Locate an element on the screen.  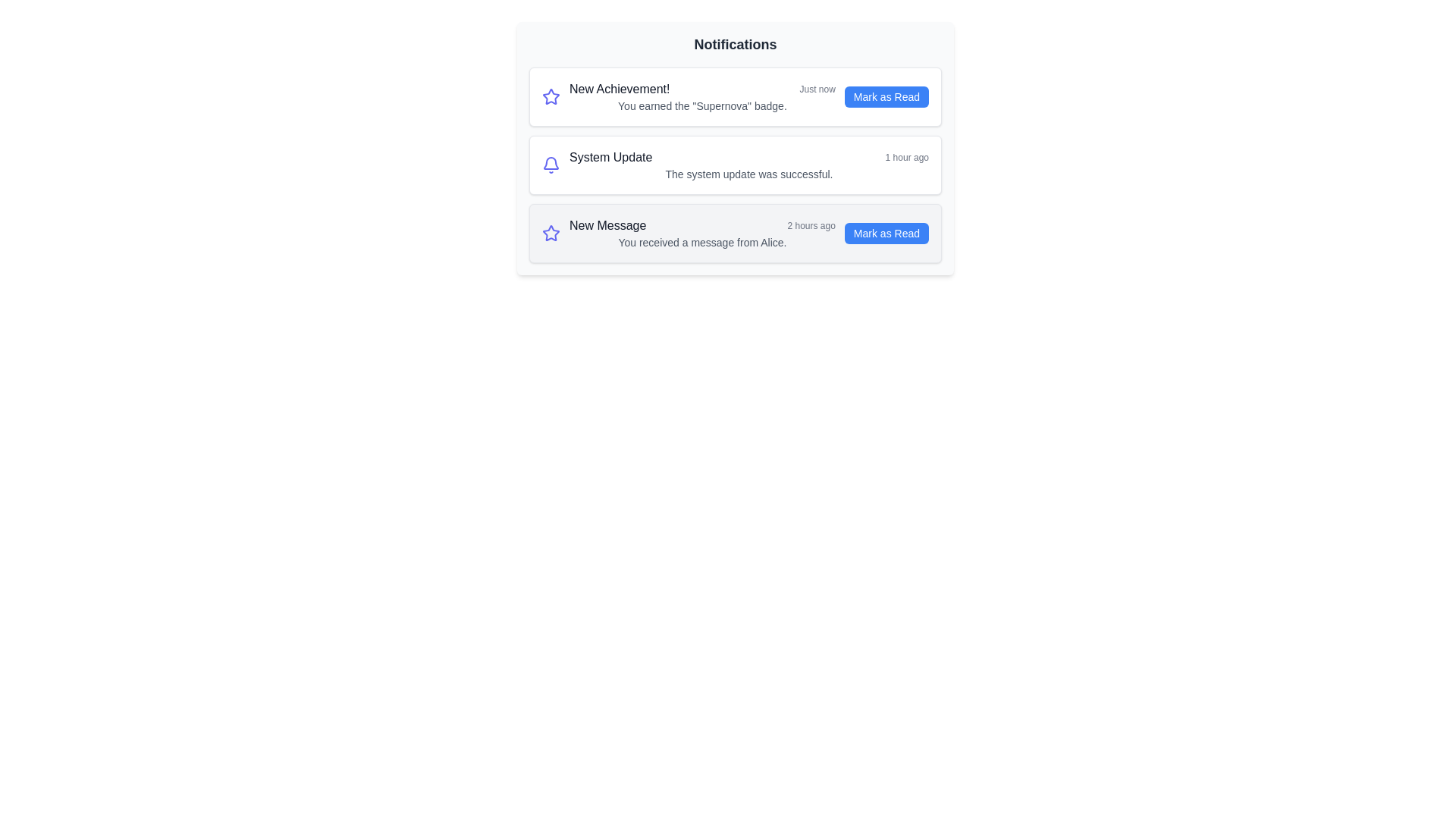
the static text element displaying the message 'You earned the 'Supernova' badge.' which is styled in a smaller, gray font and located below the bold heading 'New Achievement!' is located at coordinates (701, 105).